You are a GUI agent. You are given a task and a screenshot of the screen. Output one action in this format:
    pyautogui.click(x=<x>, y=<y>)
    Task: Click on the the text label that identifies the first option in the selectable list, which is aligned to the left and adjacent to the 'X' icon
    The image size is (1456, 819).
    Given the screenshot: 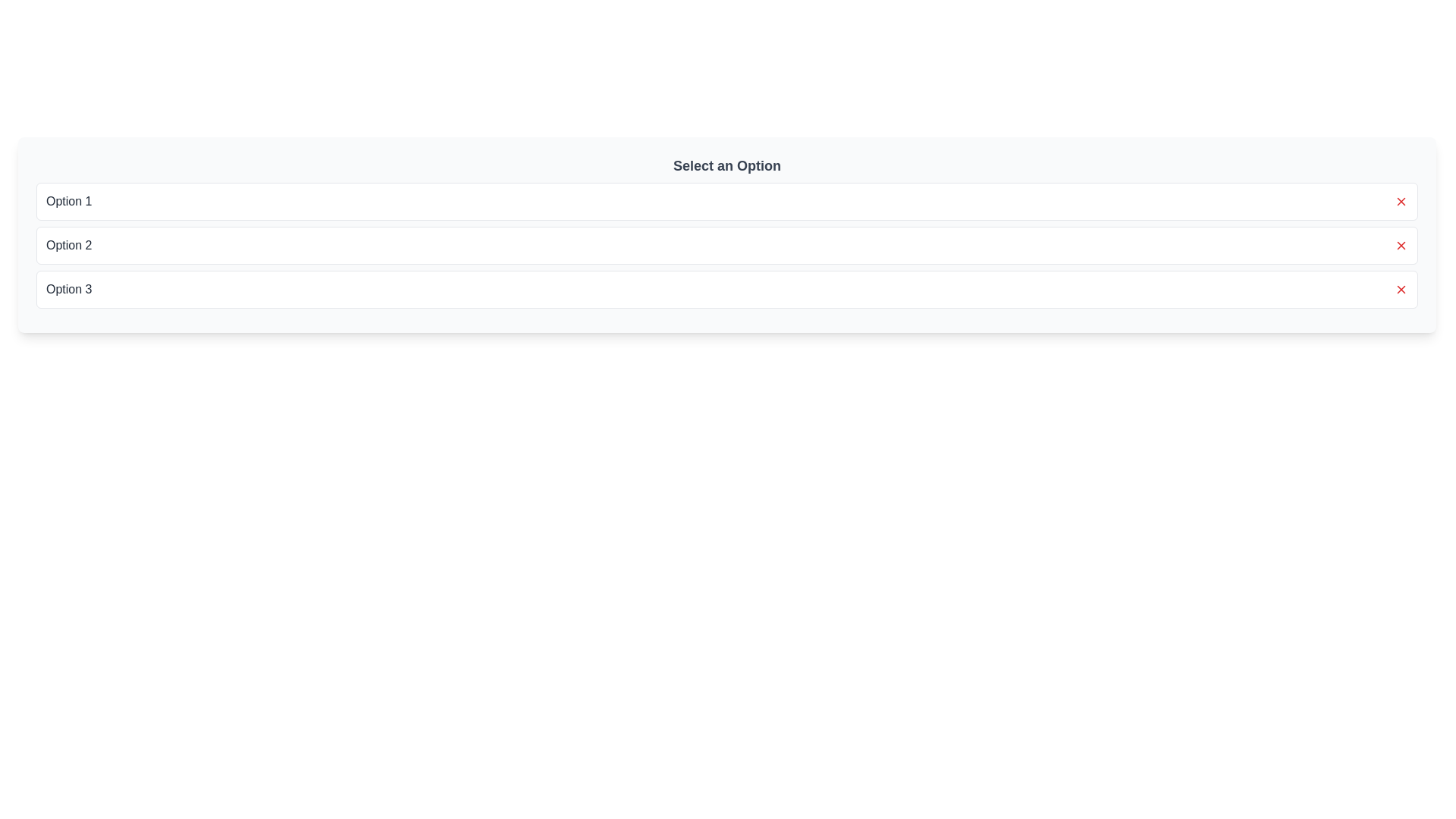 What is the action you would take?
    pyautogui.click(x=68, y=201)
    